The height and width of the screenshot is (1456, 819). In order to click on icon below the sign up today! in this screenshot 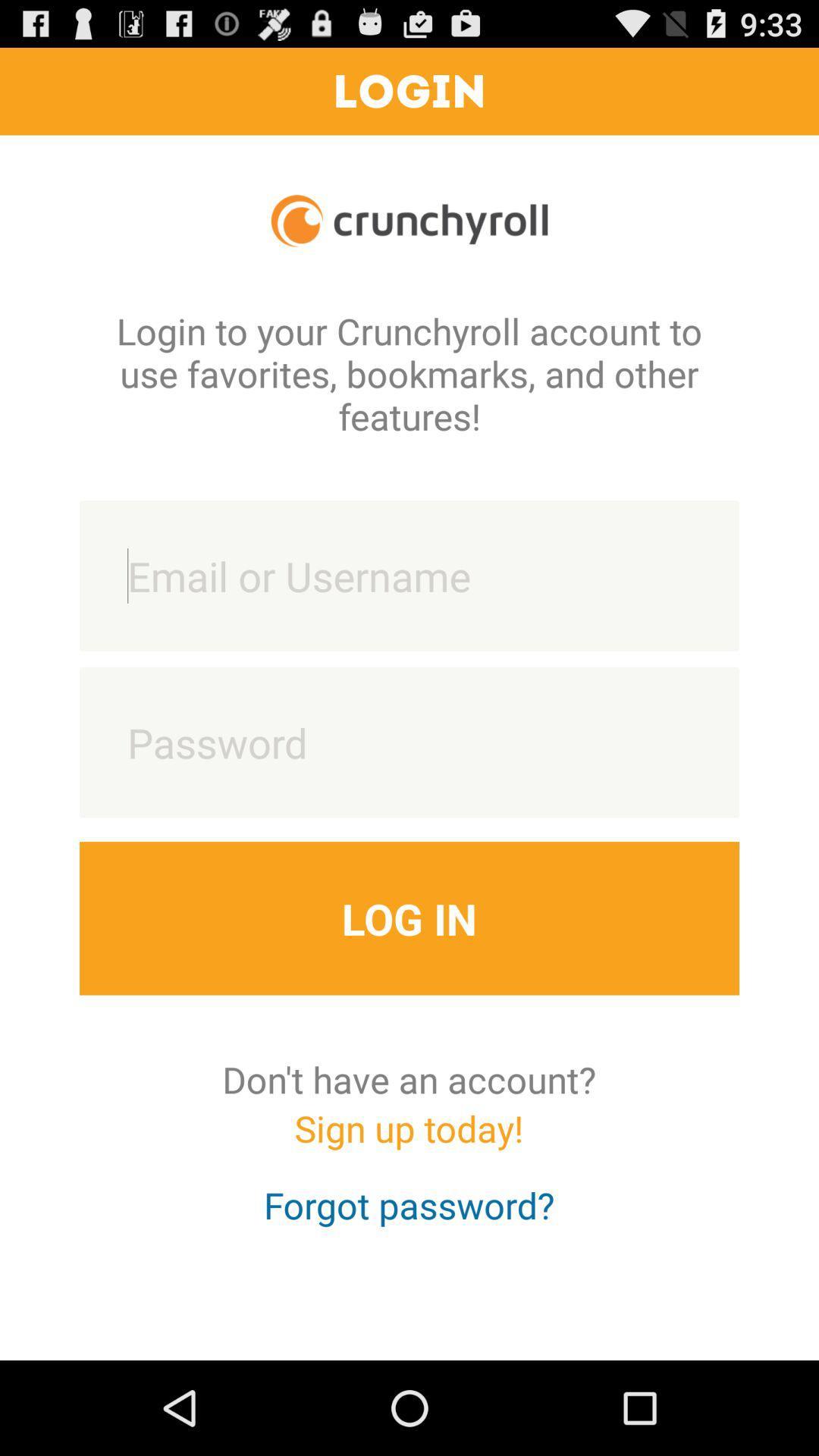, I will do `click(408, 1219)`.